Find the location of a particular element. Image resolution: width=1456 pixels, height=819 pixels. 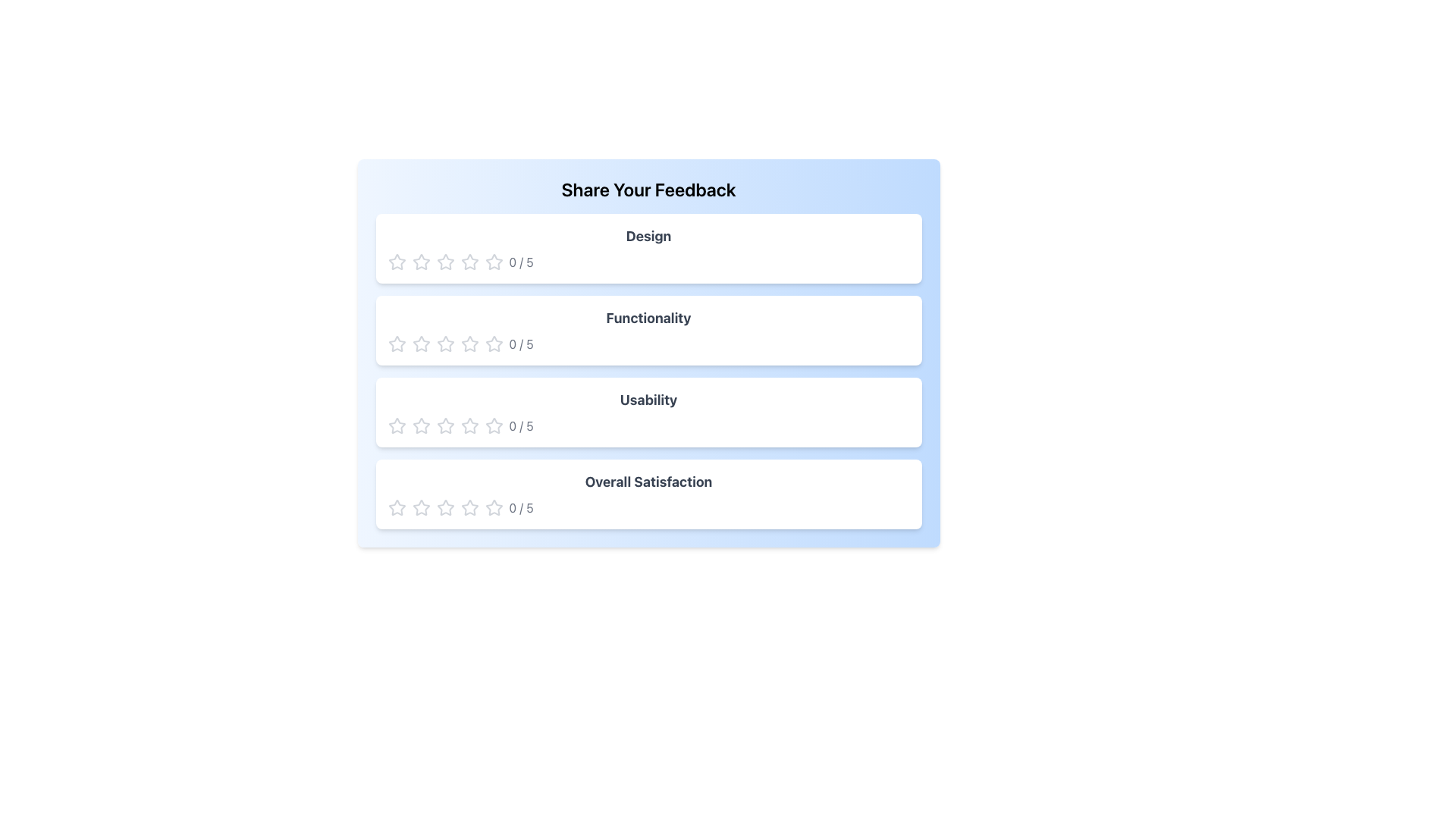

the mouse across the series of stars is located at coordinates (469, 344).